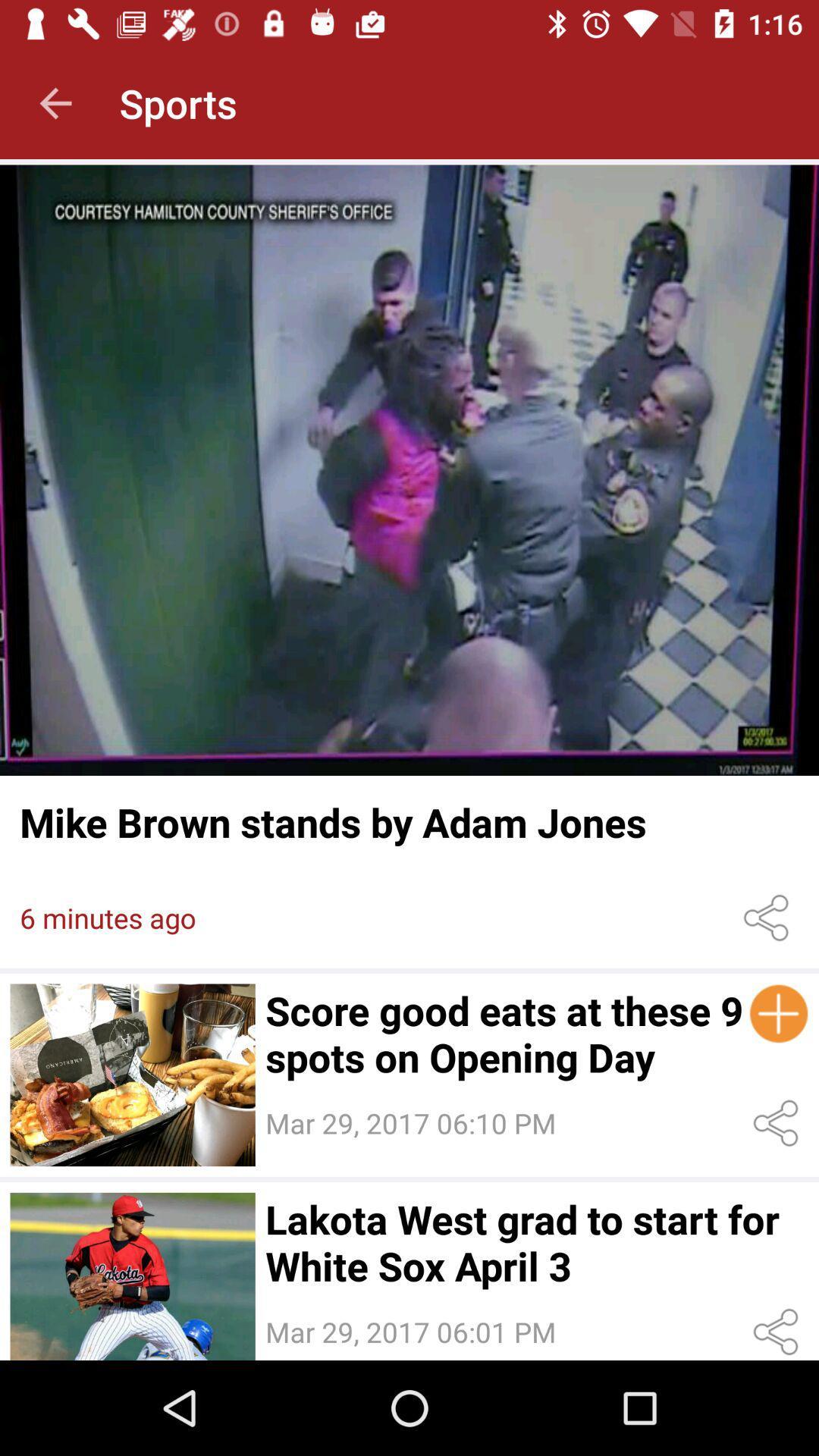 This screenshot has width=819, height=1456. What do you see at coordinates (55, 102) in the screenshot?
I see `app to the left of sports app` at bounding box center [55, 102].